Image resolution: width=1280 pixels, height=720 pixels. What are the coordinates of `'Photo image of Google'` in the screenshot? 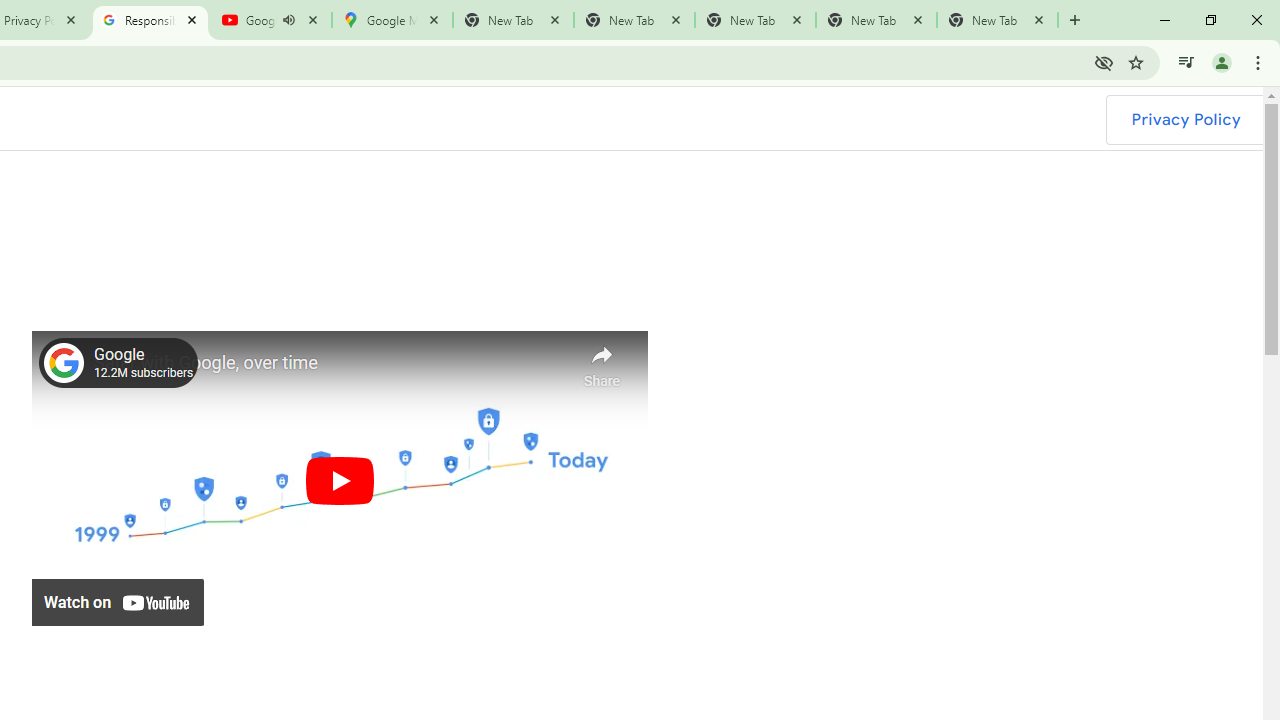 It's located at (64, 362).